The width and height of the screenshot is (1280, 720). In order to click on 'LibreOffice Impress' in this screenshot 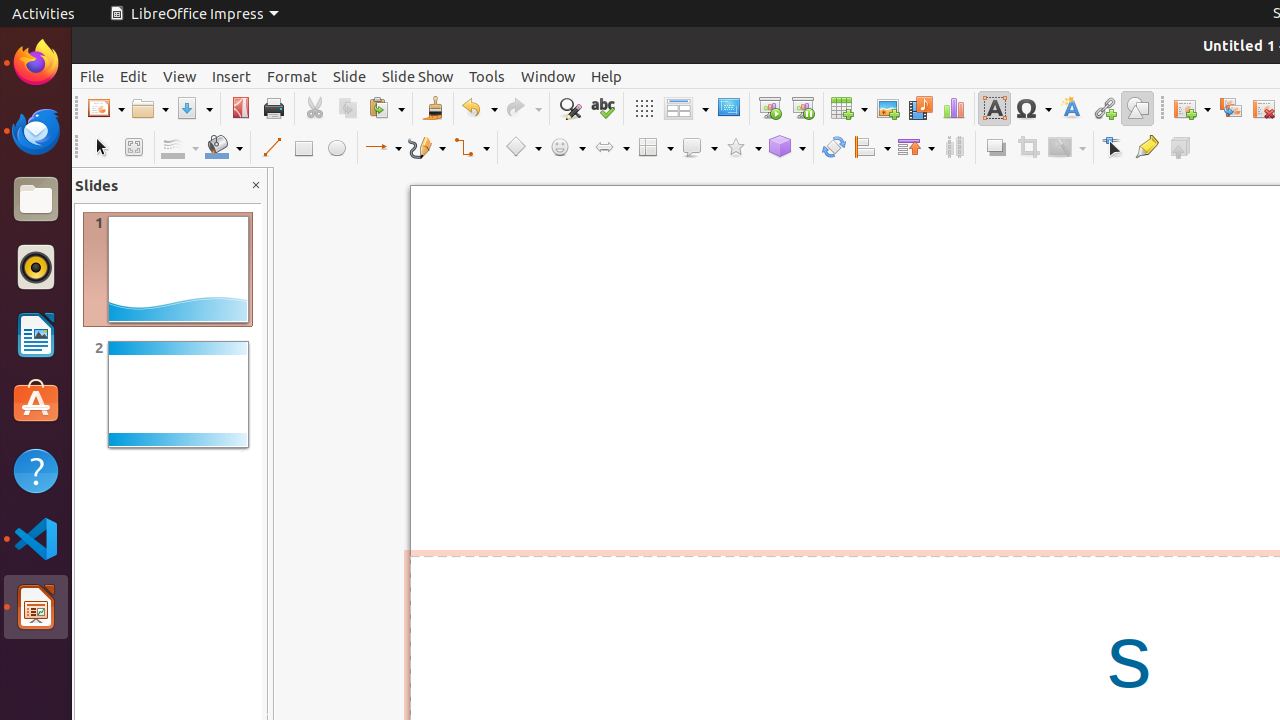, I will do `click(193, 13)`.